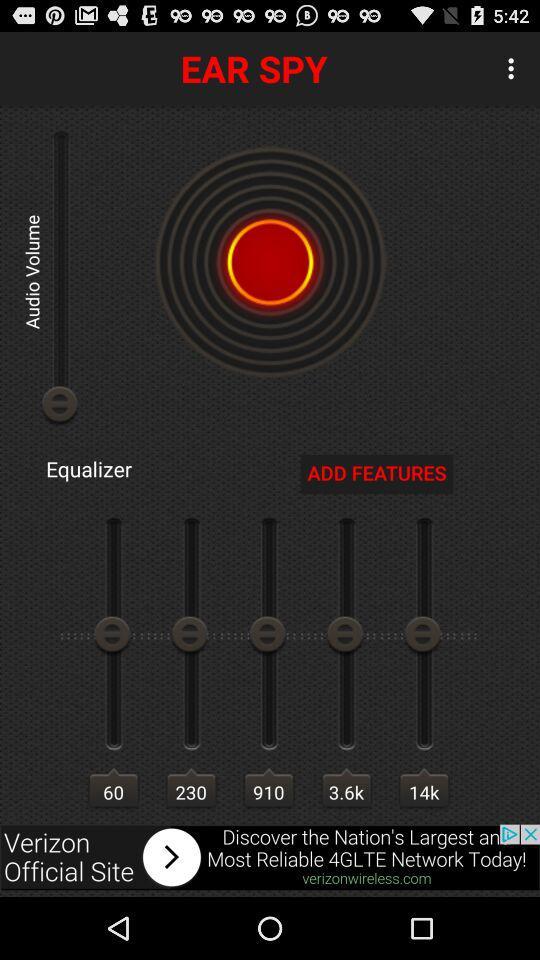  What do you see at coordinates (270, 856) in the screenshot?
I see `clickable verizon advertisement` at bounding box center [270, 856].